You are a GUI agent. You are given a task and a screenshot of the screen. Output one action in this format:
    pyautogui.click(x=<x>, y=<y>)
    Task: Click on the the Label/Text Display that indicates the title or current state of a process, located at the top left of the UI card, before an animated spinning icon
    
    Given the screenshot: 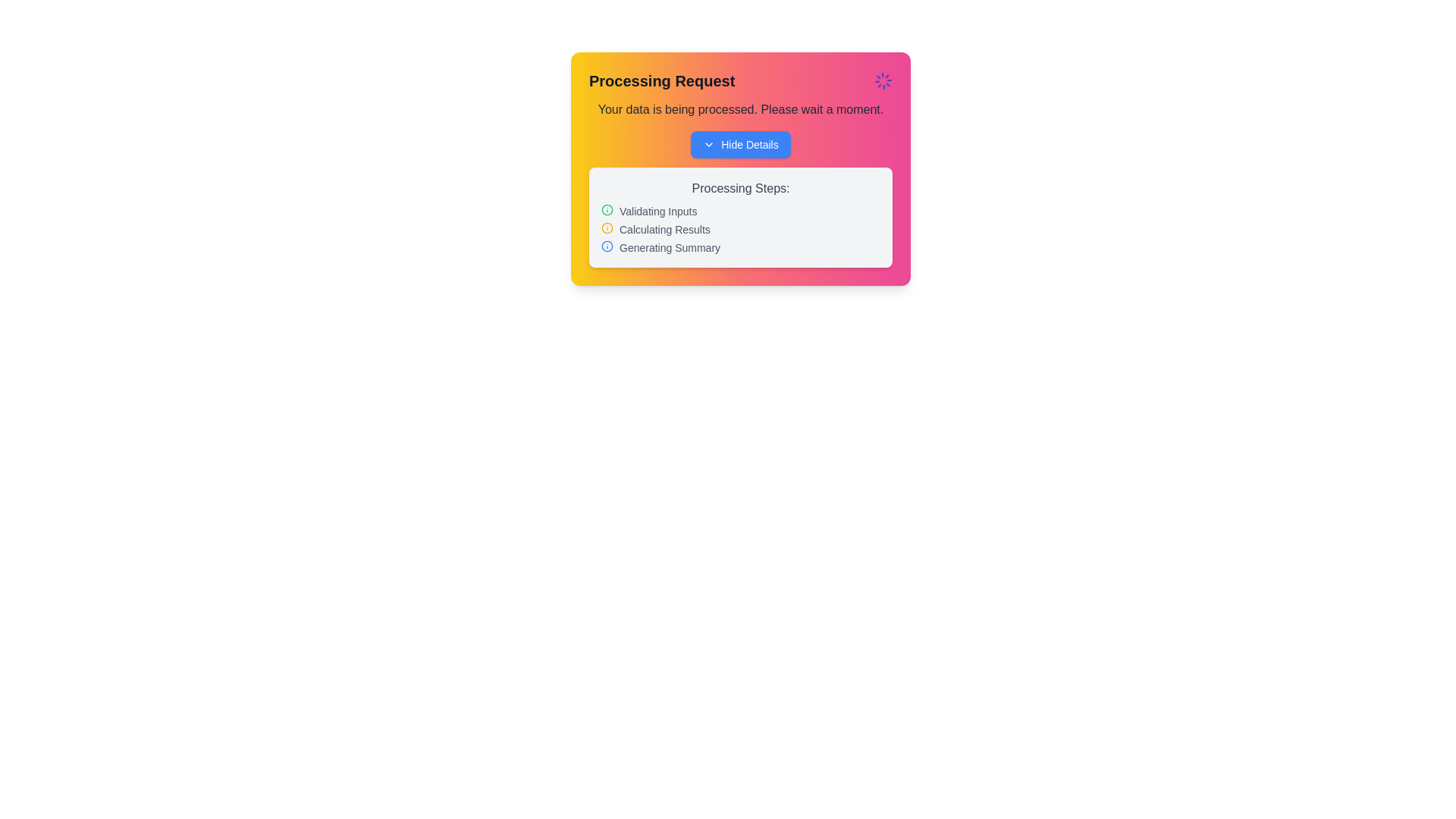 What is the action you would take?
    pyautogui.click(x=662, y=81)
    